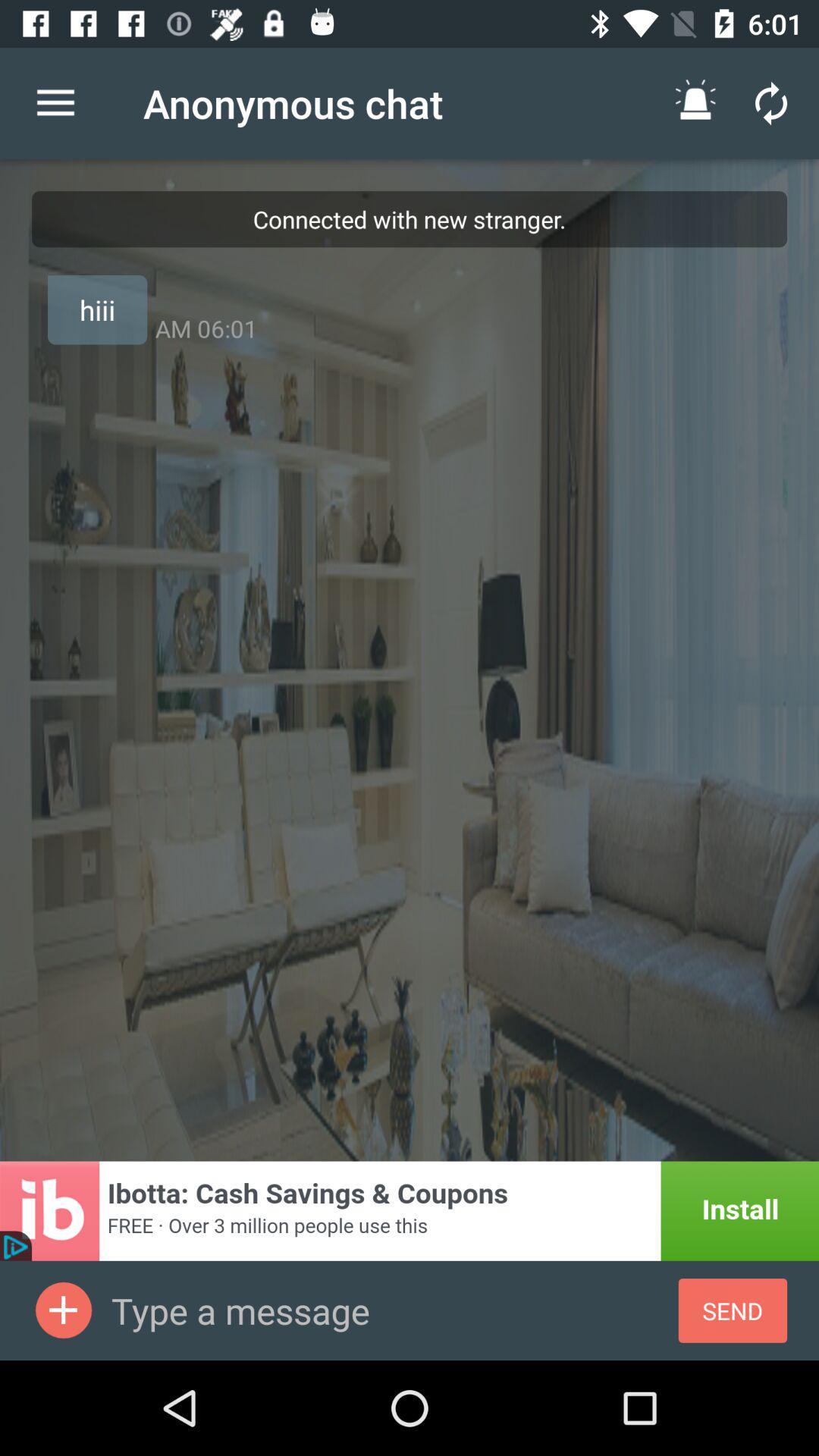 The width and height of the screenshot is (819, 1456). What do you see at coordinates (63, 1310) in the screenshot?
I see `the add icon` at bounding box center [63, 1310].